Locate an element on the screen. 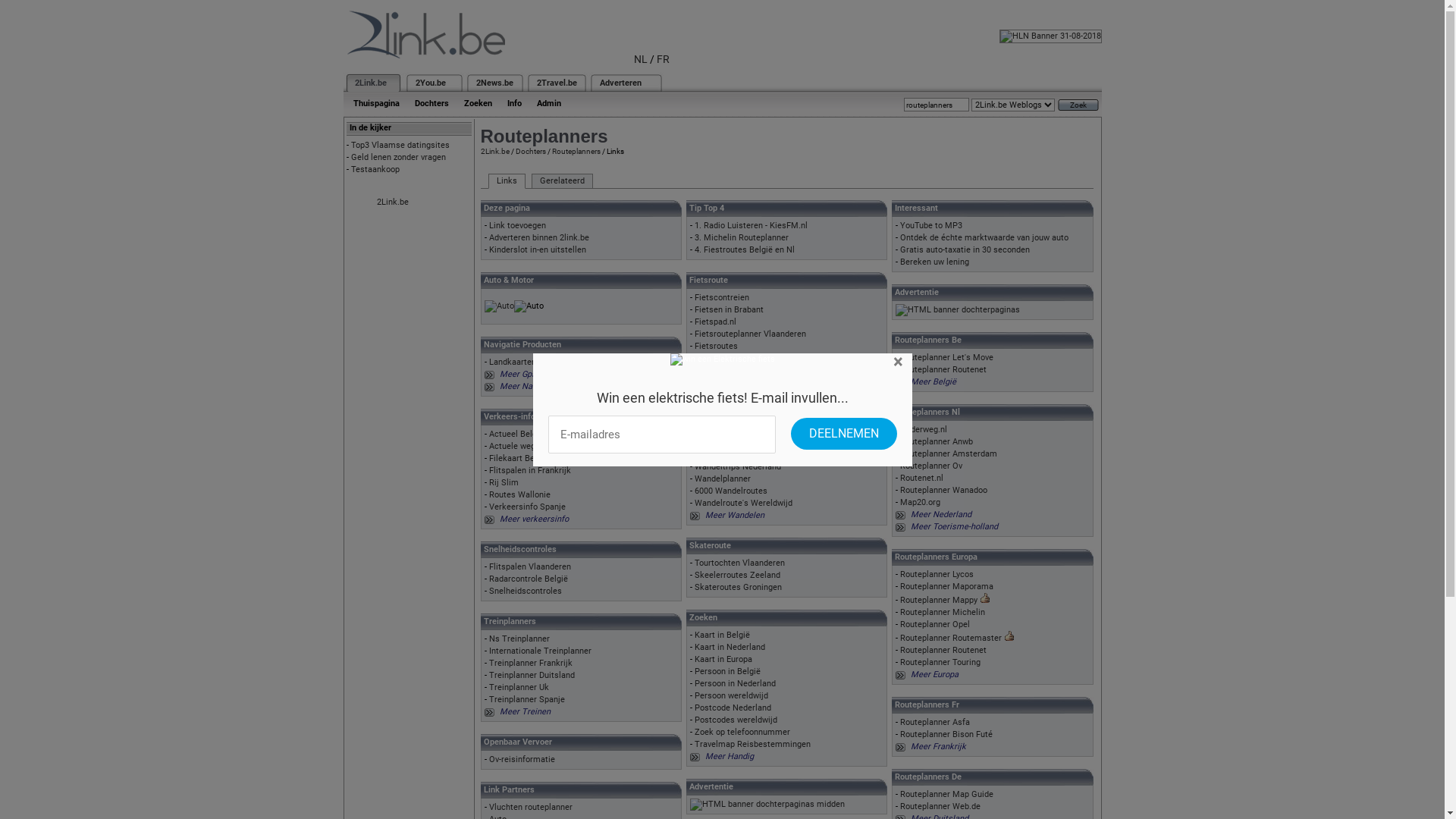  'Onderweg.nl' is located at coordinates (923, 429).